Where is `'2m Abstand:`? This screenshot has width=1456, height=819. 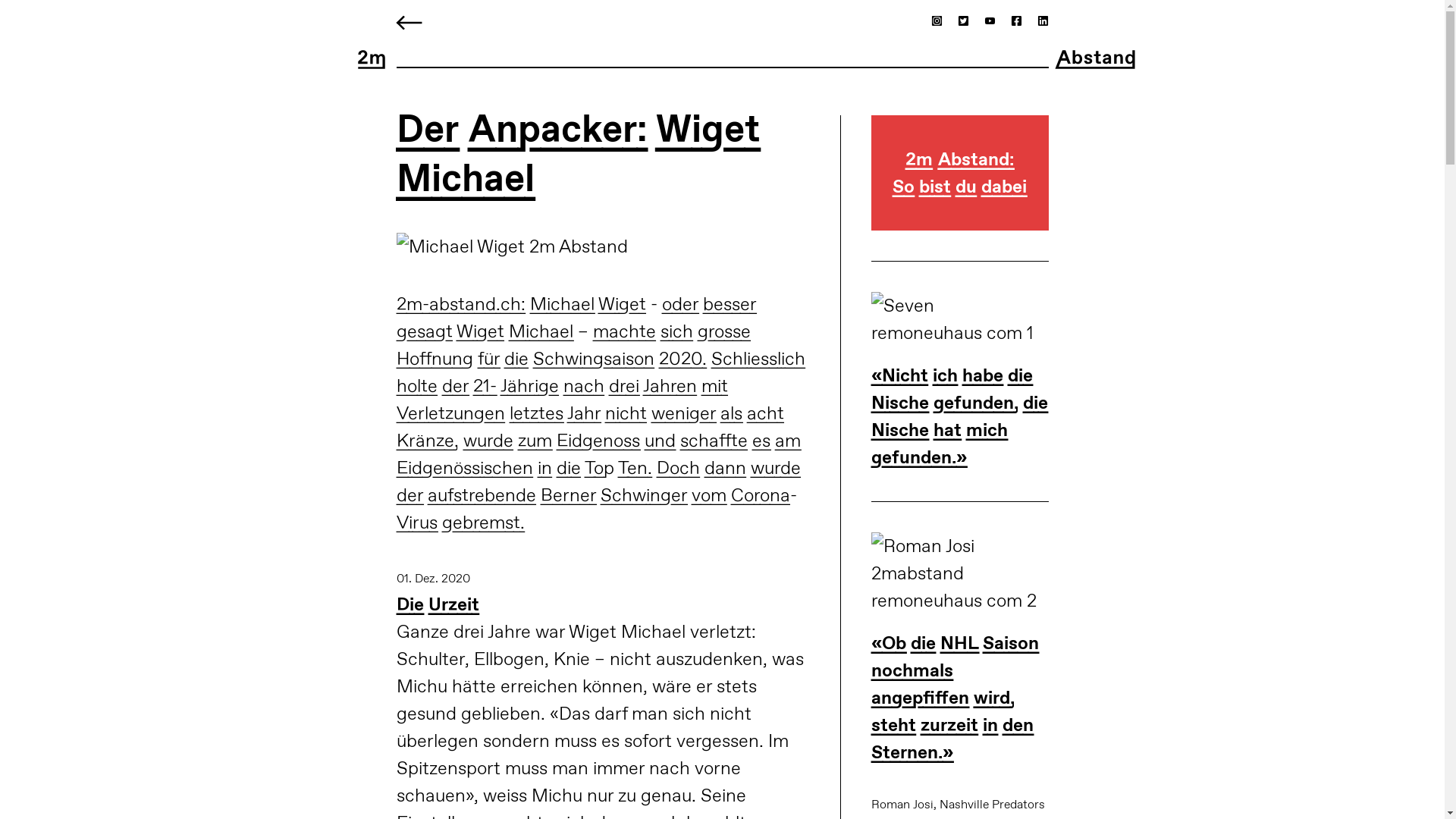
'2m Abstand: is located at coordinates (871, 187).